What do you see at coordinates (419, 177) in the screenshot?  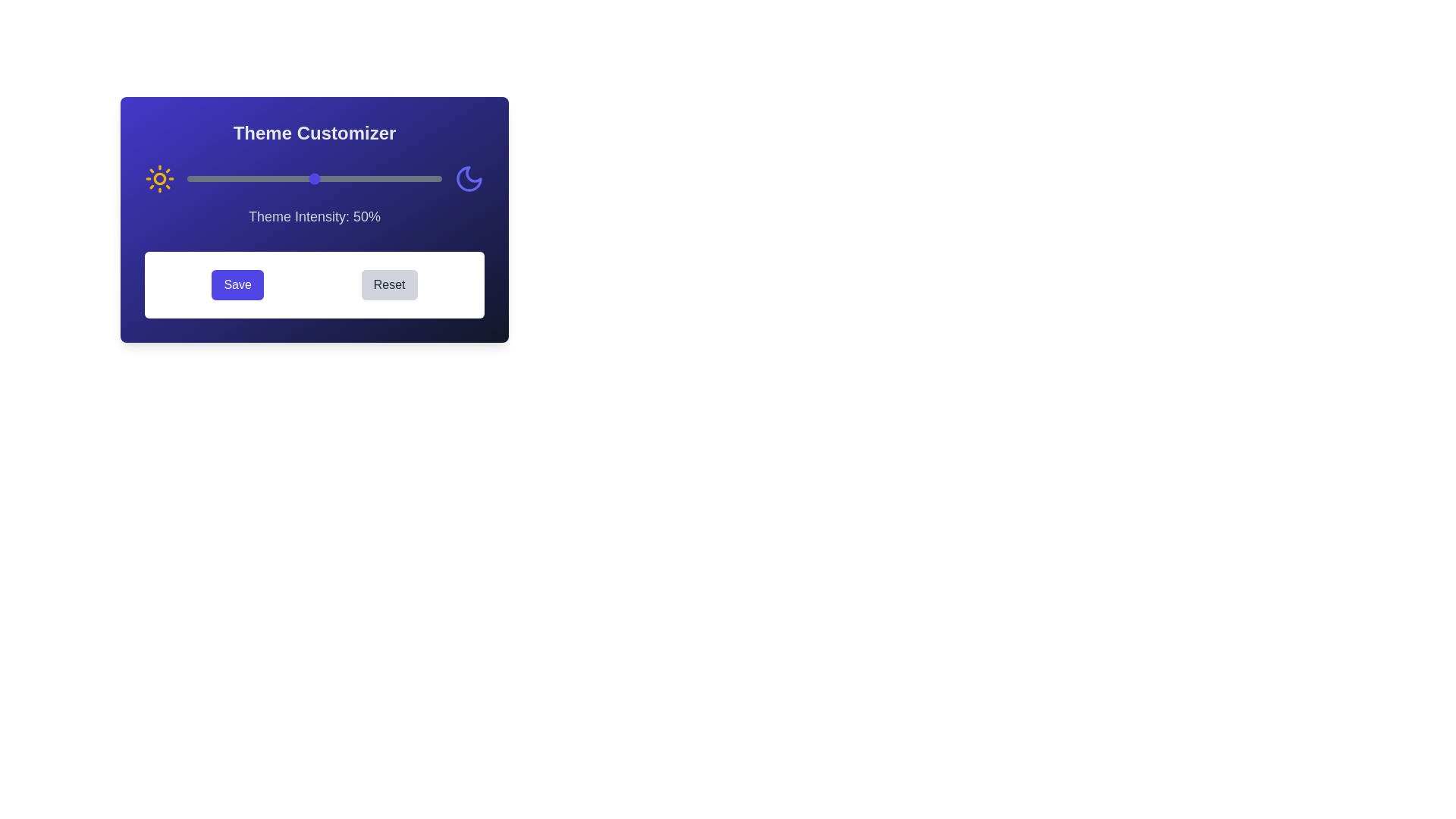 I see `the theme intensity slider to 91%` at bounding box center [419, 177].